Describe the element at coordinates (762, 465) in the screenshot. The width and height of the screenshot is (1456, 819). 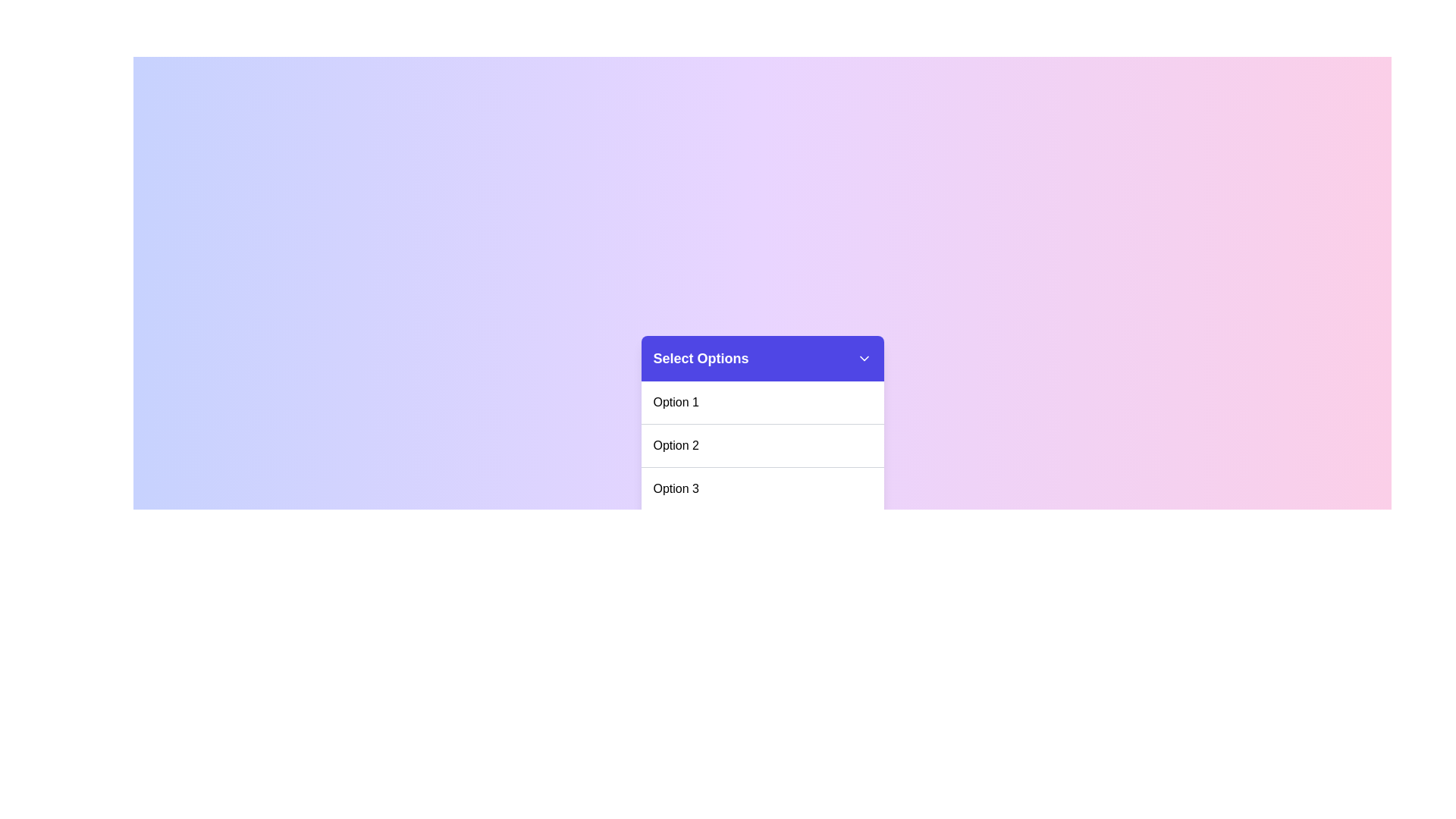
I see `the second item in the dropdown menu` at that location.